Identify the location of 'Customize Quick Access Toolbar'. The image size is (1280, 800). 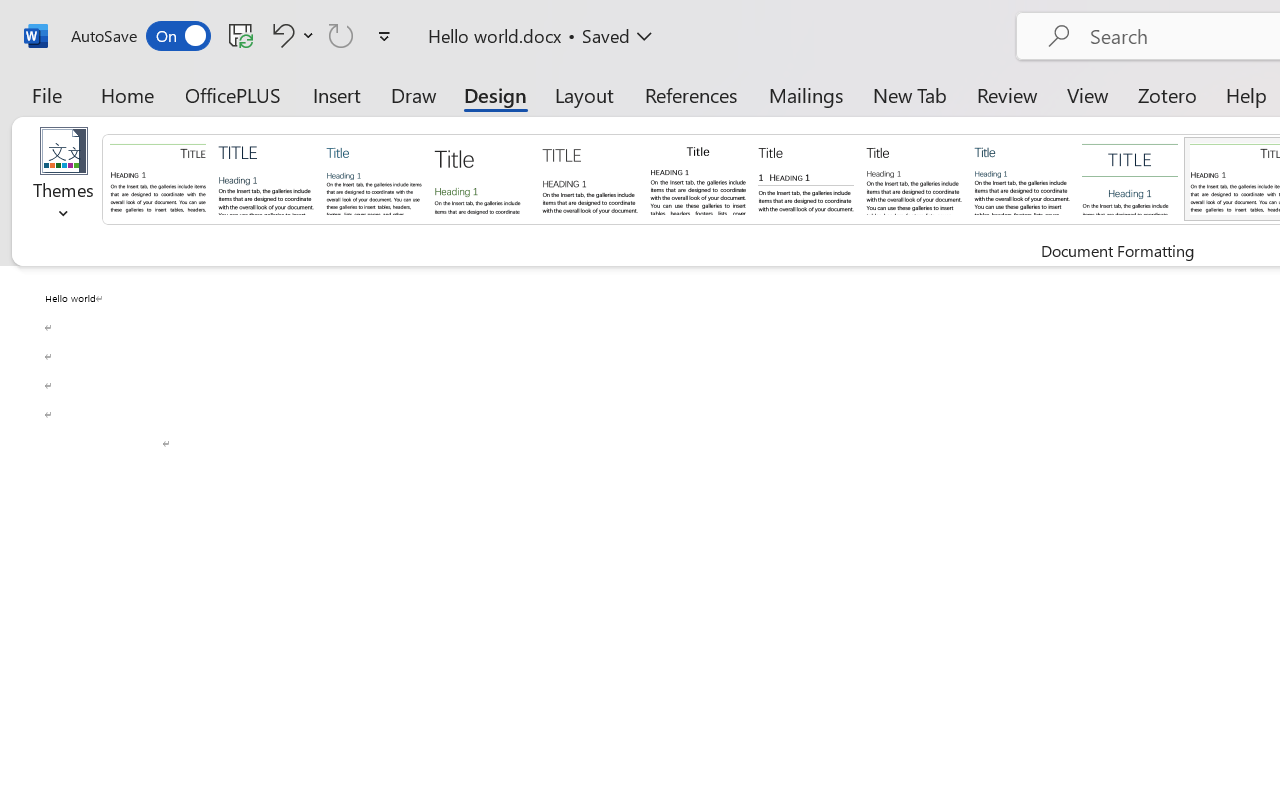
(384, 35).